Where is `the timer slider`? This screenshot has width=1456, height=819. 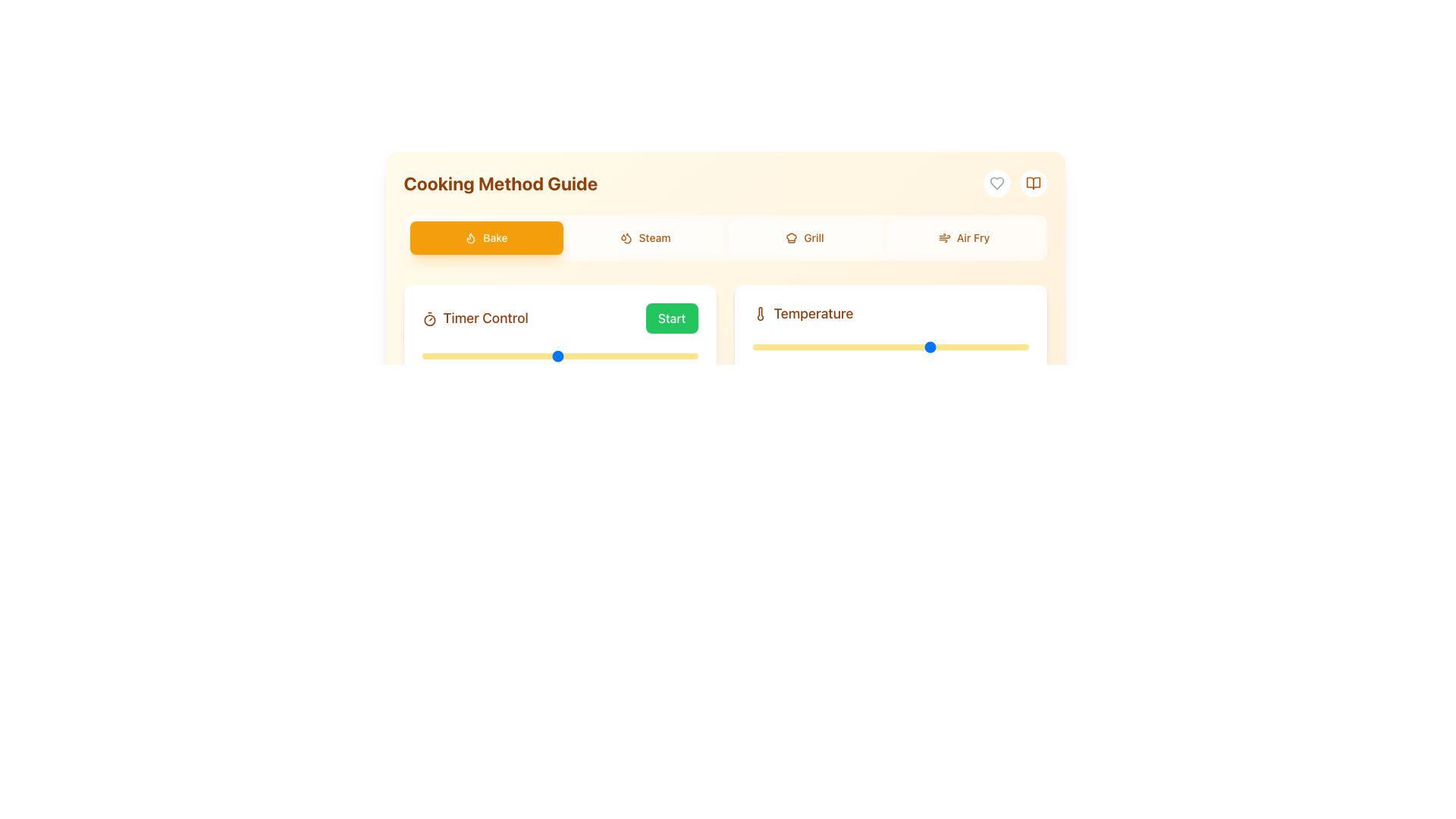
the timer slider is located at coordinates (529, 356).